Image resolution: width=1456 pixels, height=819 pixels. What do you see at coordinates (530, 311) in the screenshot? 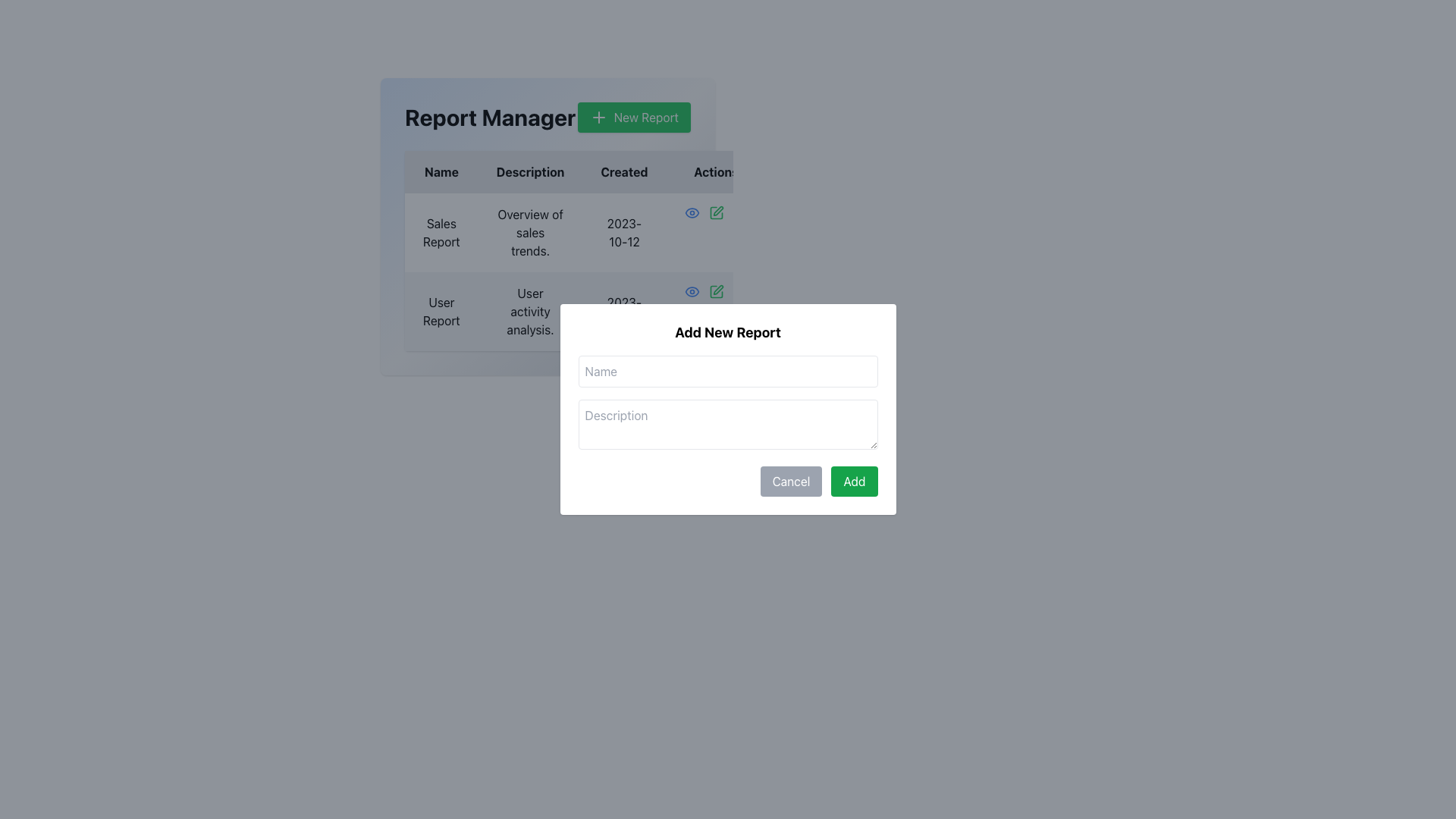
I see `the text element reading 'User activity analysis.' which is the second item in the 'Description' column of the 'User Report.'` at bounding box center [530, 311].